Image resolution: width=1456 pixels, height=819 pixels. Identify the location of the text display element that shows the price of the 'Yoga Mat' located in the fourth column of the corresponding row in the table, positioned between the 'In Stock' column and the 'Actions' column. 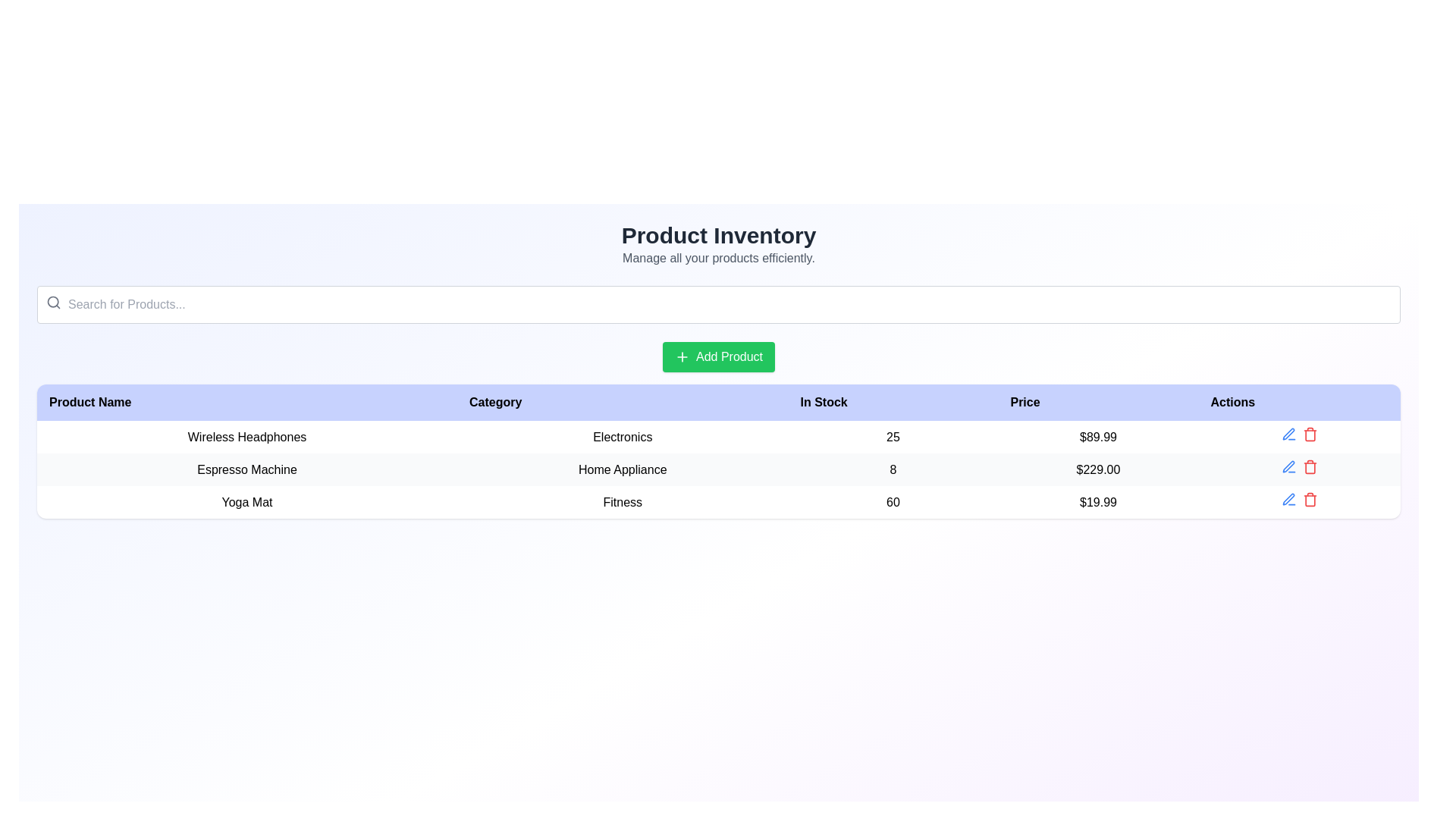
(1098, 502).